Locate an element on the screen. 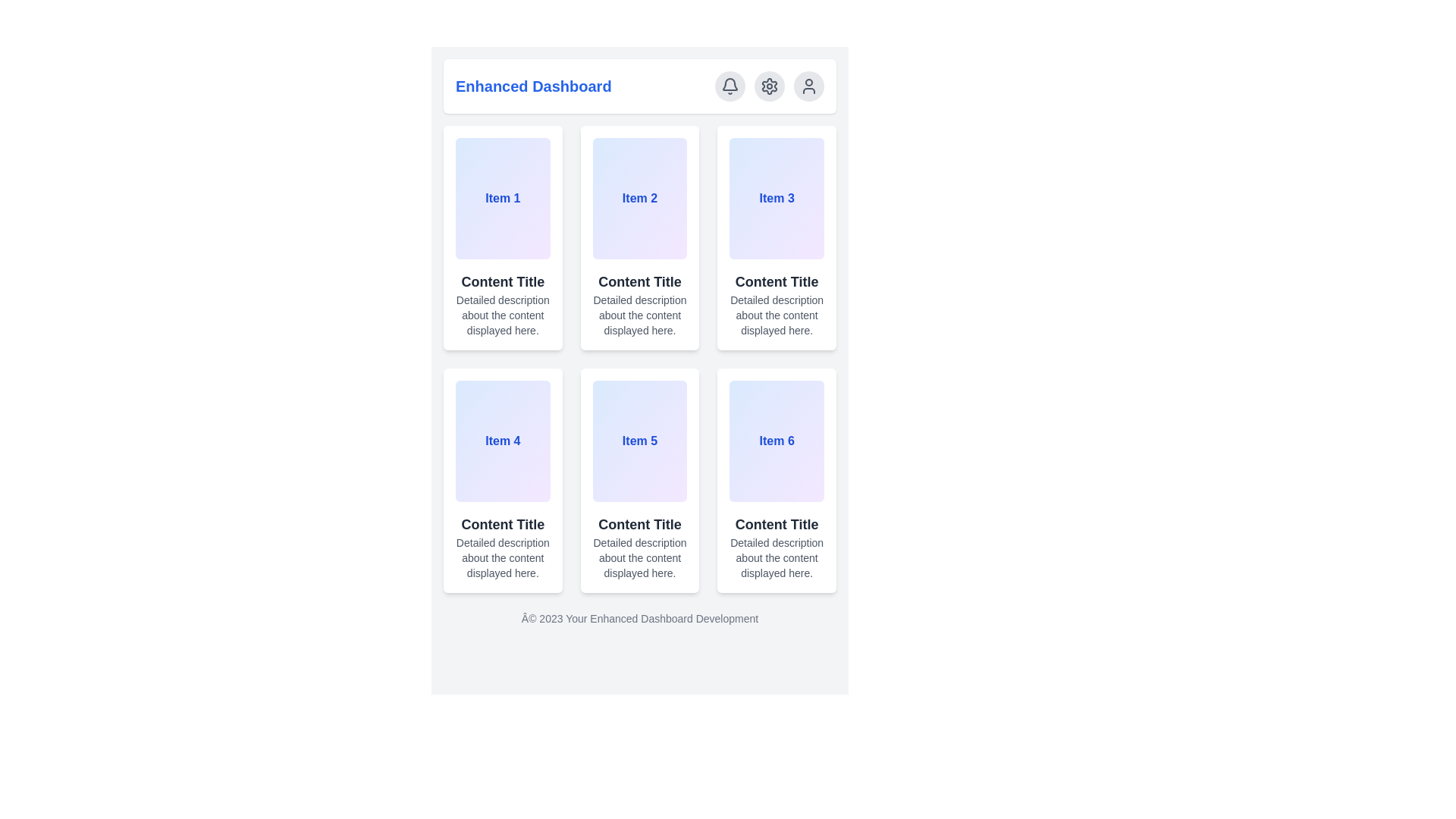 Image resolution: width=1456 pixels, height=819 pixels. the third circular button with a user silhouette icon in the top-right corner of the interface is located at coordinates (808, 86).